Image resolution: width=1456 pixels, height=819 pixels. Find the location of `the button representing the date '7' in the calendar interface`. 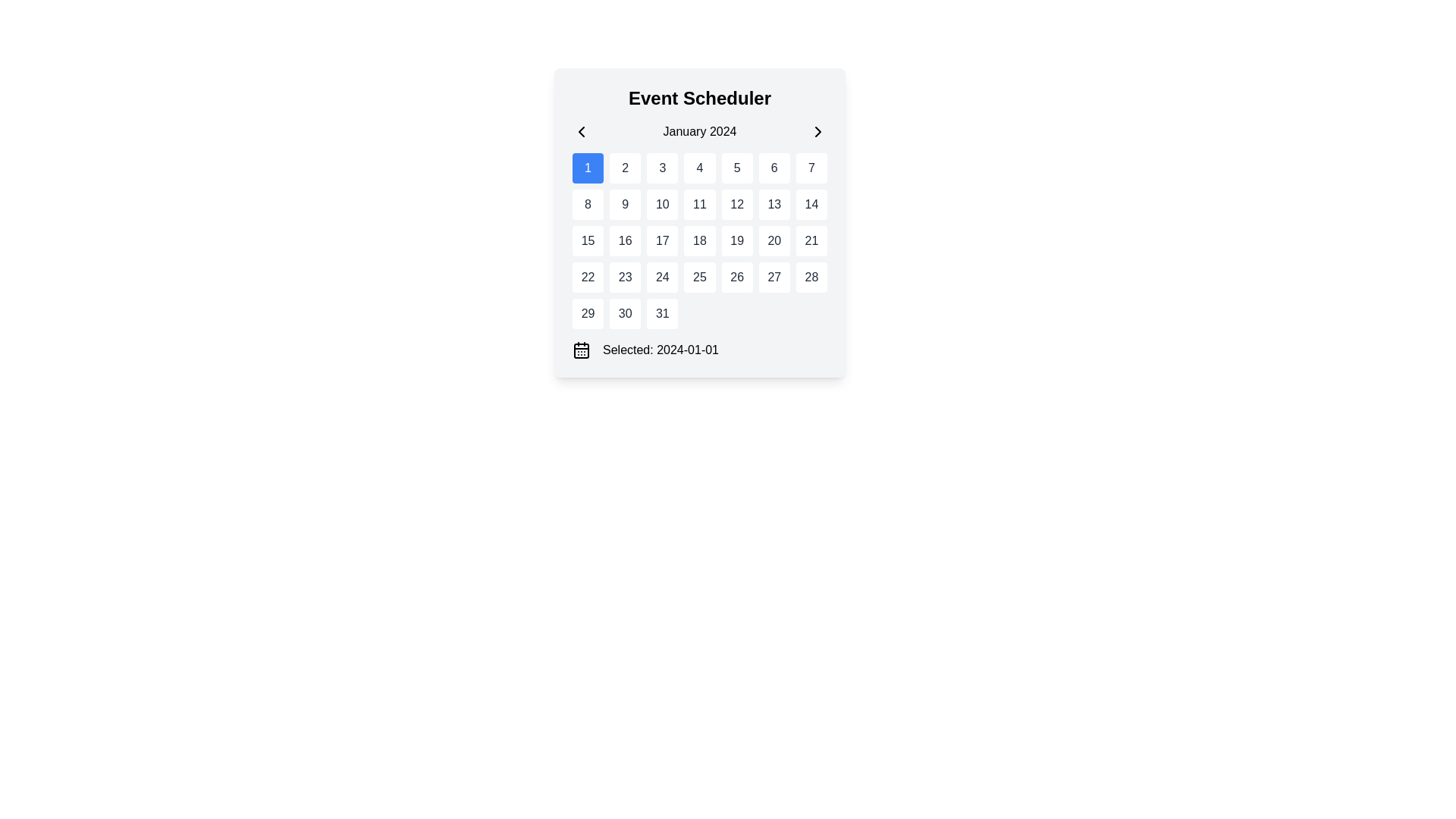

the button representing the date '7' in the calendar interface is located at coordinates (811, 168).